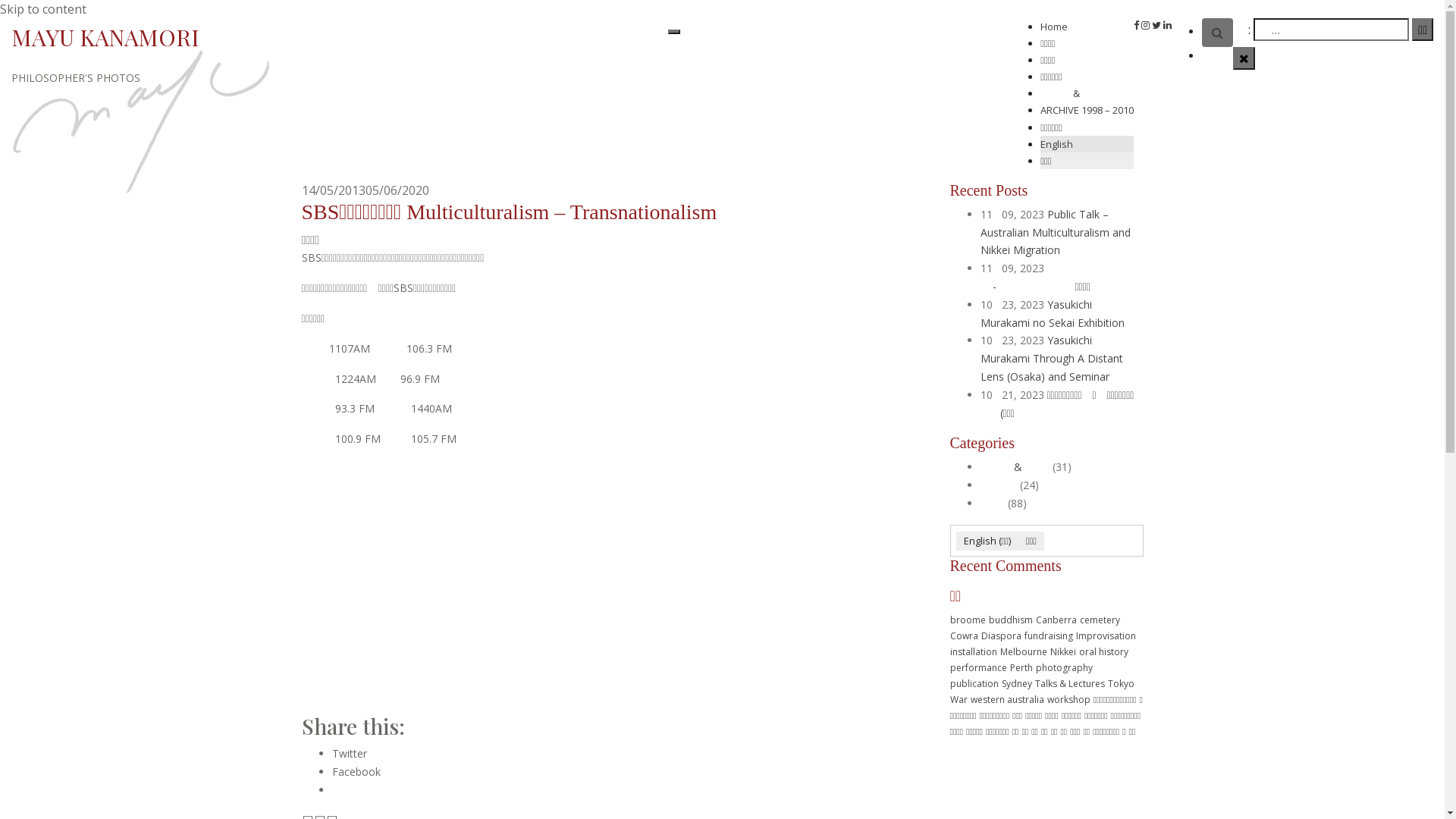  Describe the element at coordinates (667, 32) in the screenshot. I see `'Toggle mobile menu'` at that location.